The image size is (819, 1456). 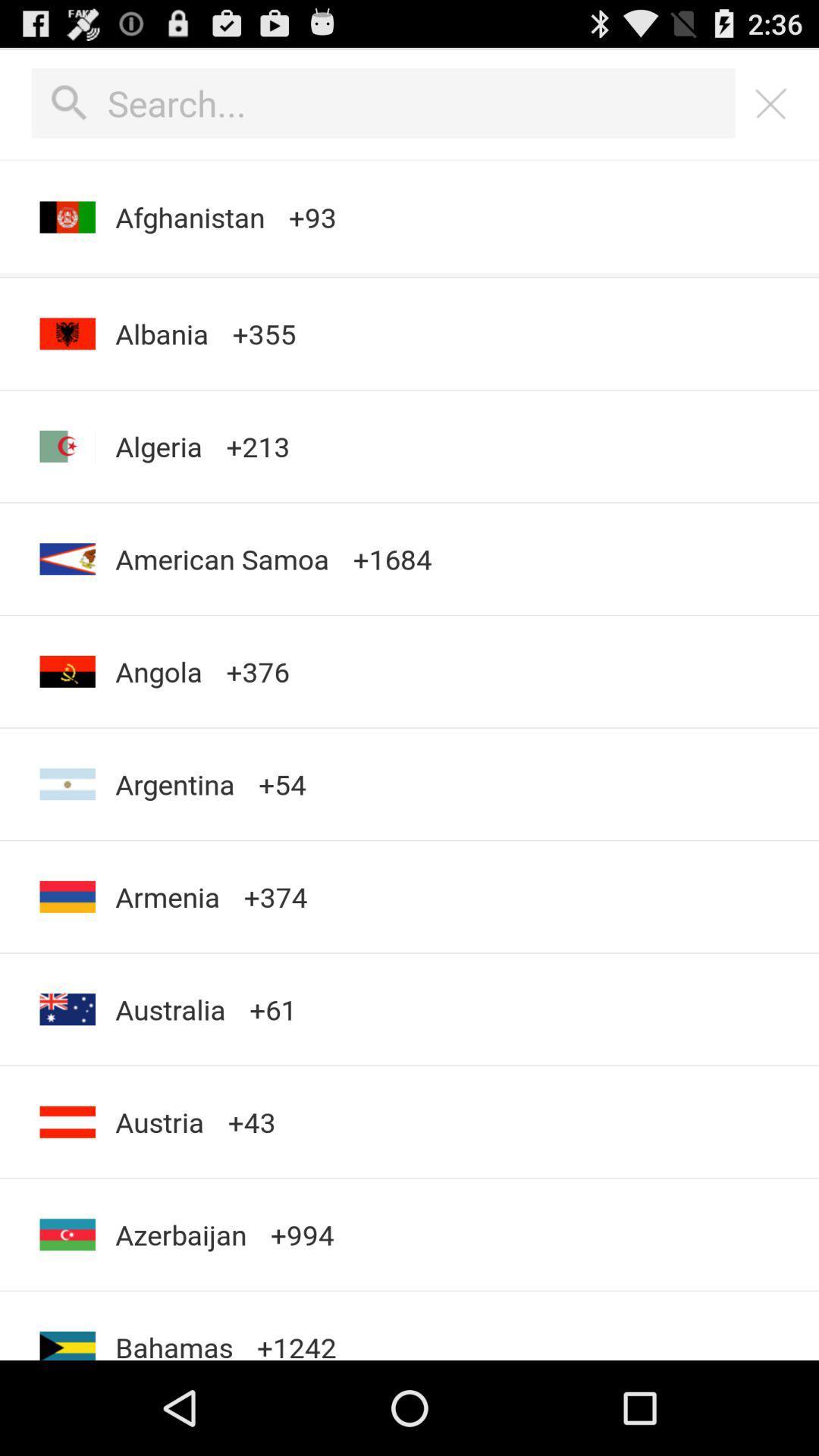 I want to click on perform a search, so click(x=382, y=102).